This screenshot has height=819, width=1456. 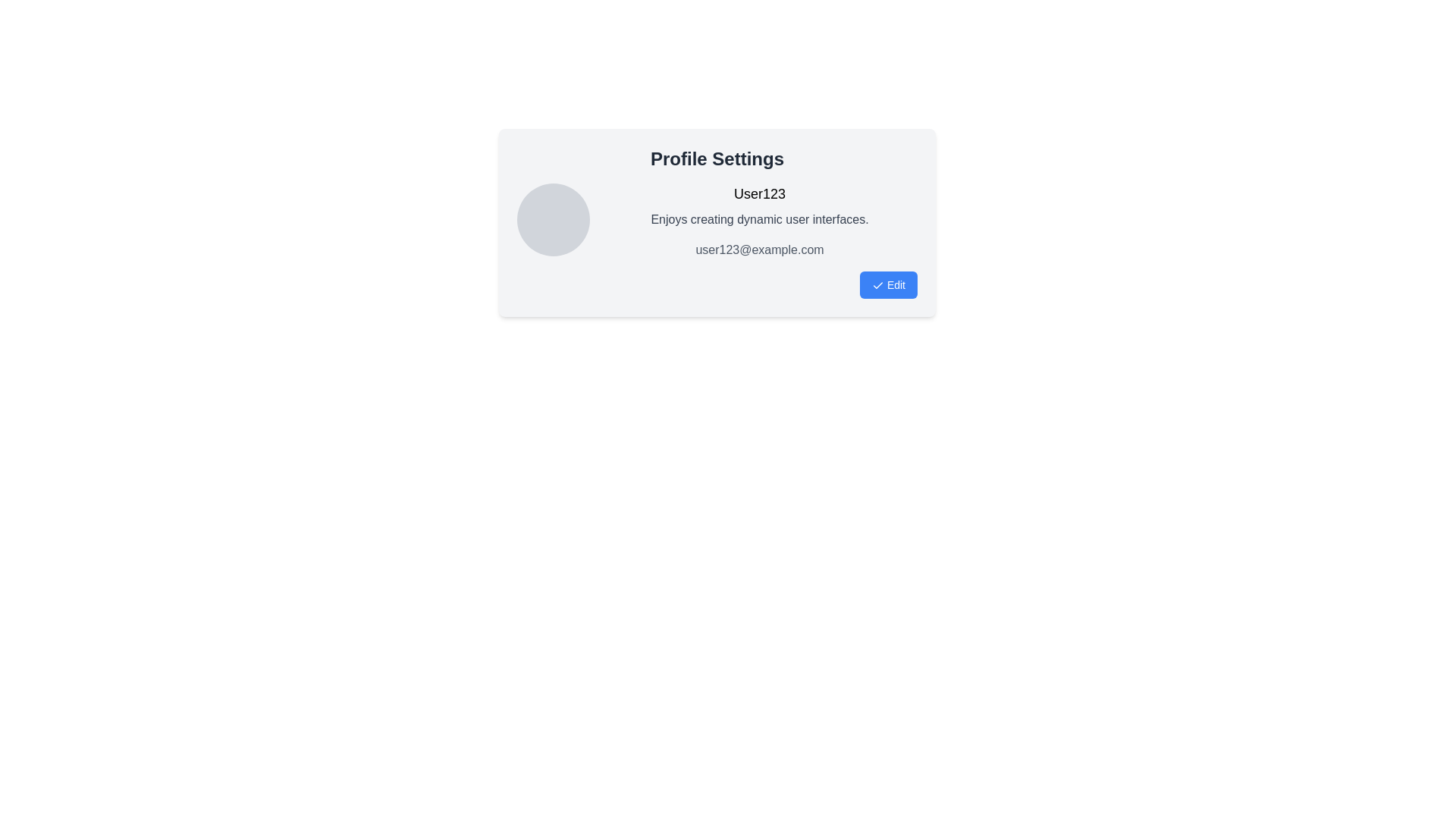 I want to click on the static design of the checkmark icon located within the 'Edit' button at the bottom-right corner of the 'Profile Settings' card, so click(x=877, y=286).